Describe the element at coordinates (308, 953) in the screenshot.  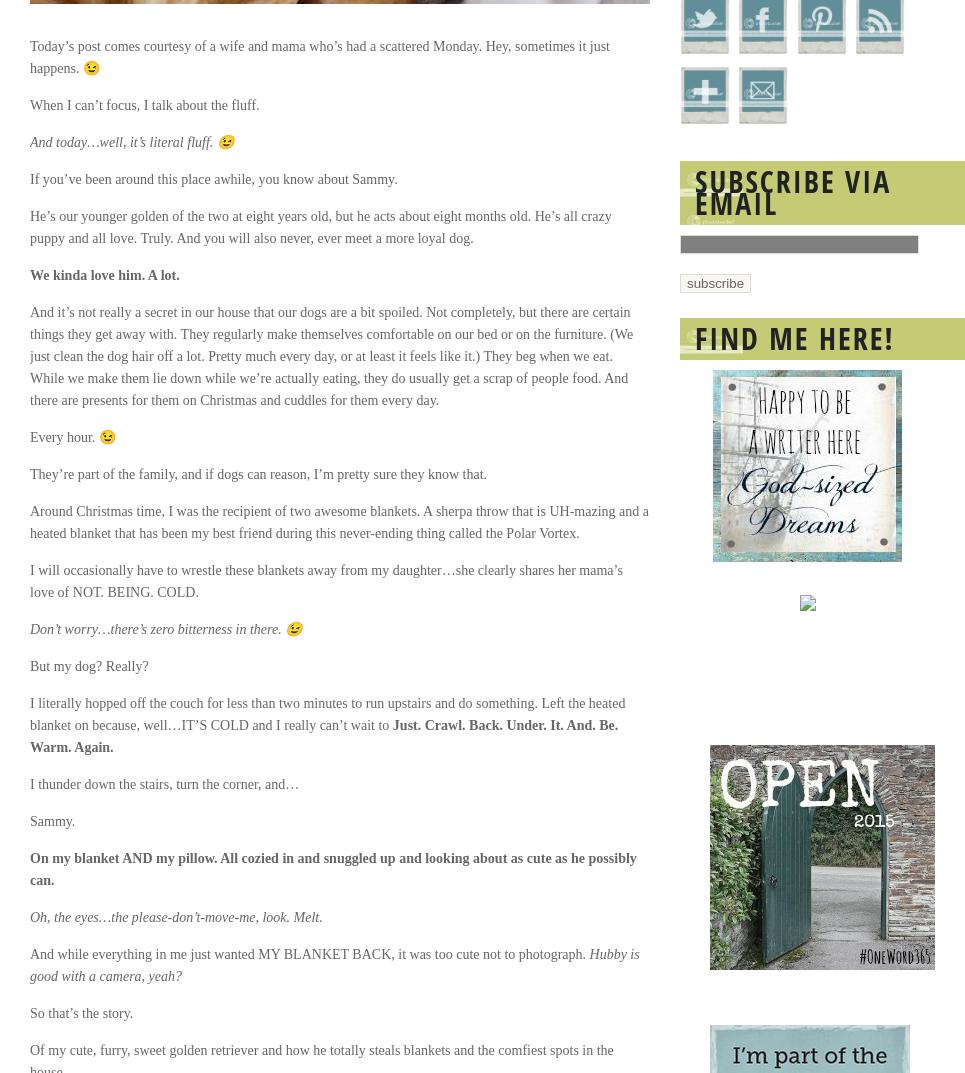
I see `'And while everything in me just wanted MY BLANKET BACK, it was too cute not to photograph.'` at that location.